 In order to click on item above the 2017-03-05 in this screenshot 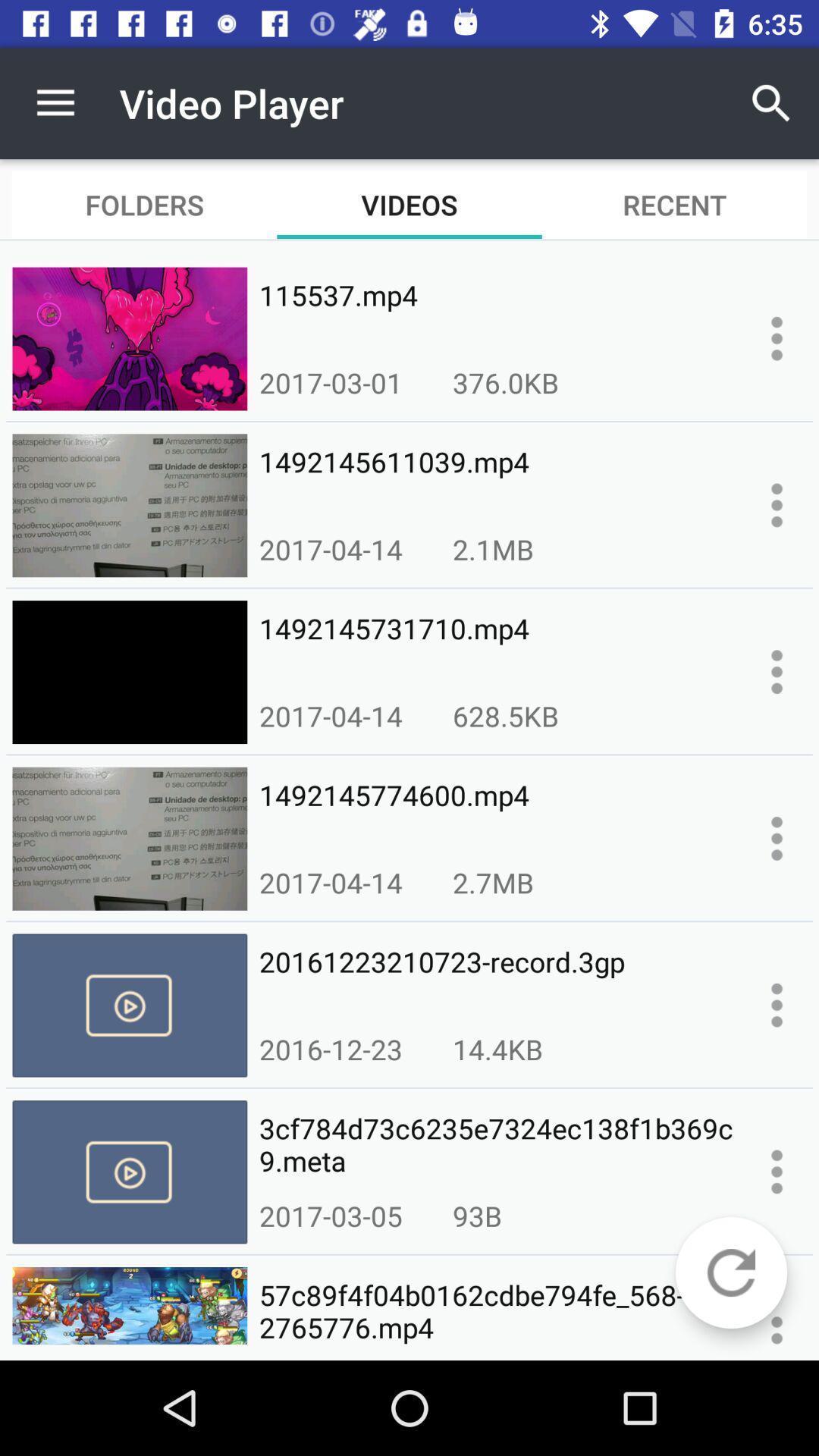, I will do `click(497, 1145)`.